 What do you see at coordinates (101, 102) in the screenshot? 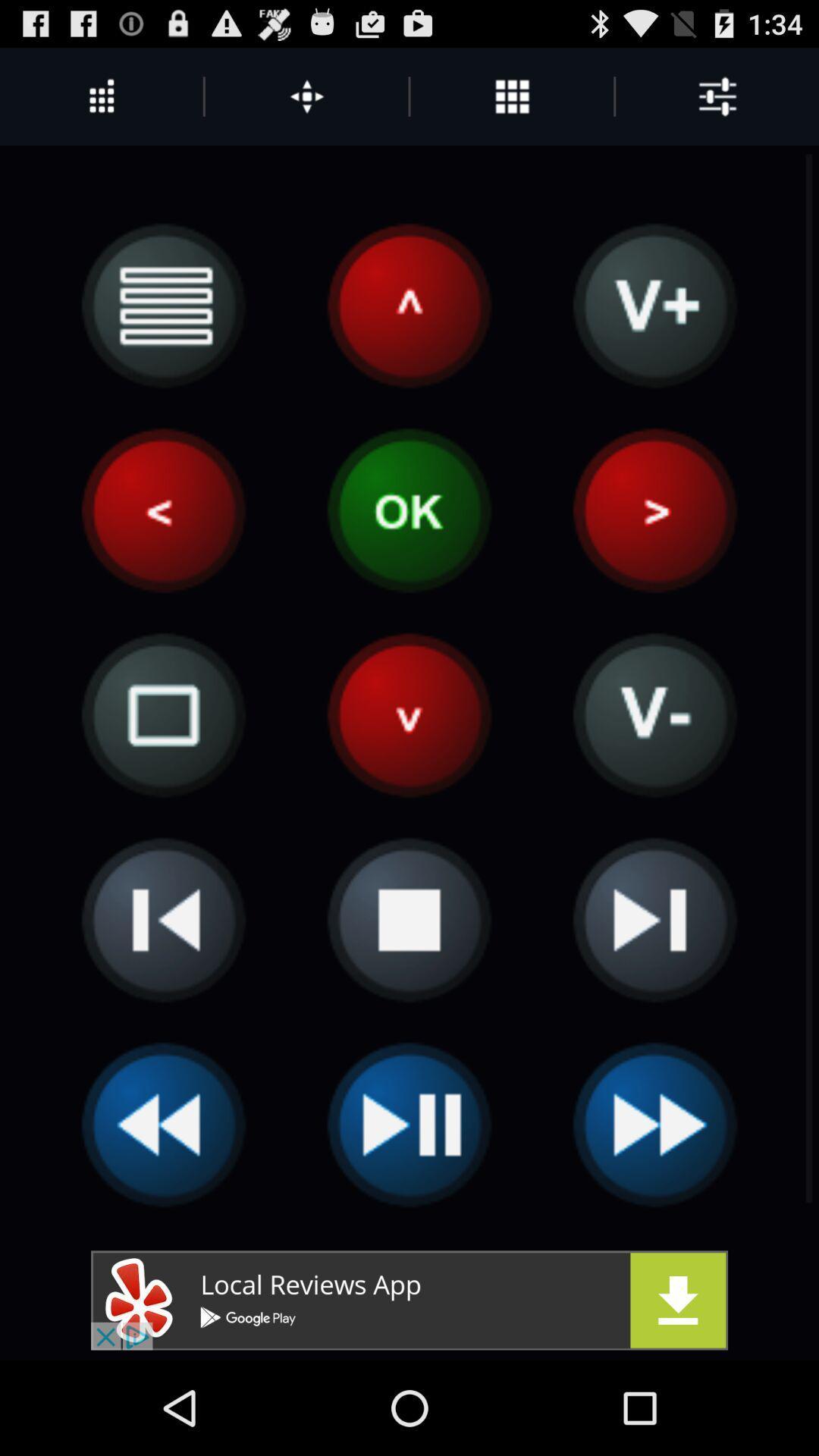
I see `the more icon` at bounding box center [101, 102].